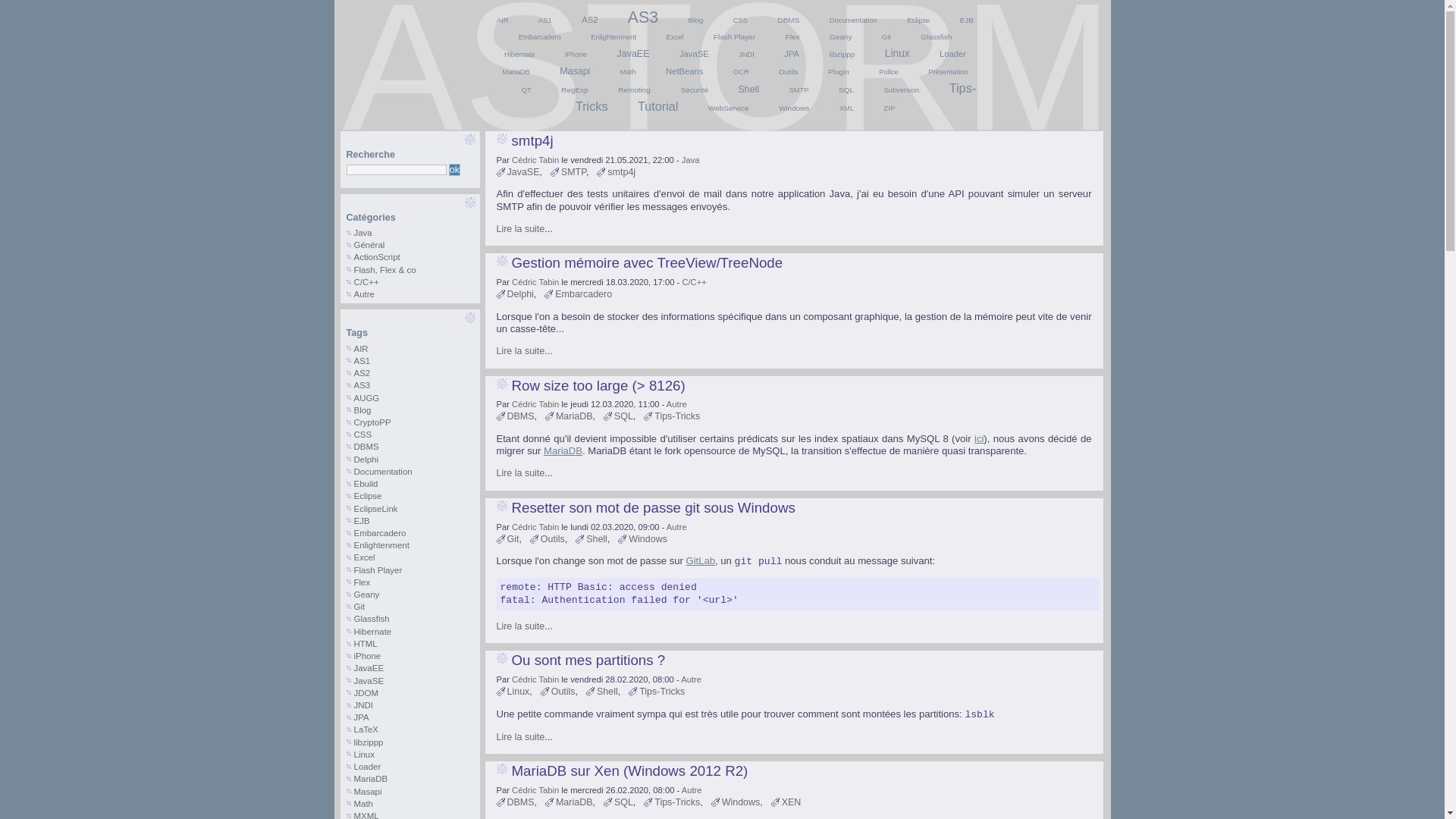 The width and height of the screenshot is (1456, 819). I want to click on 'Autre', so click(362, 294).